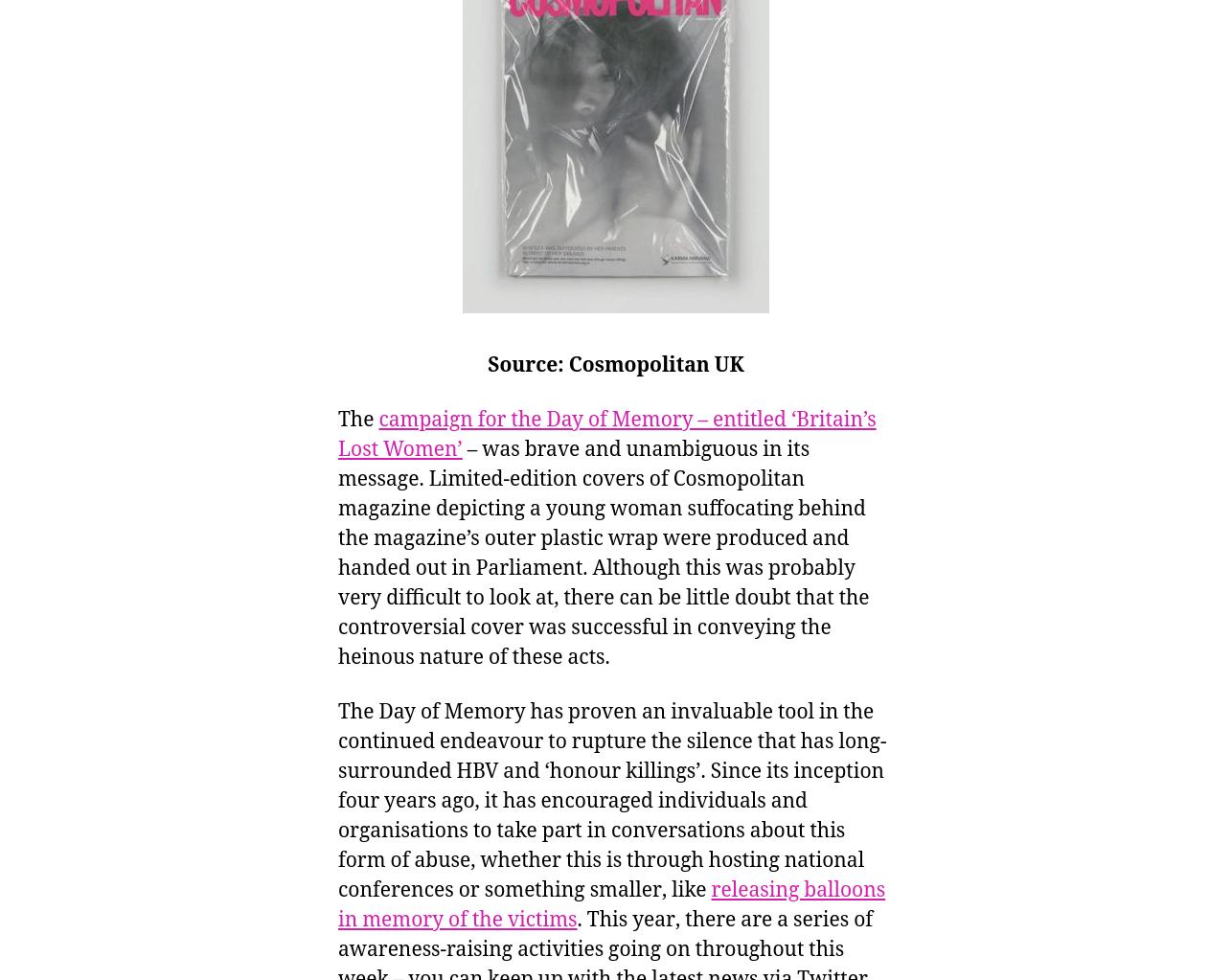  I want to click on 'World War One', so click(113, 111).